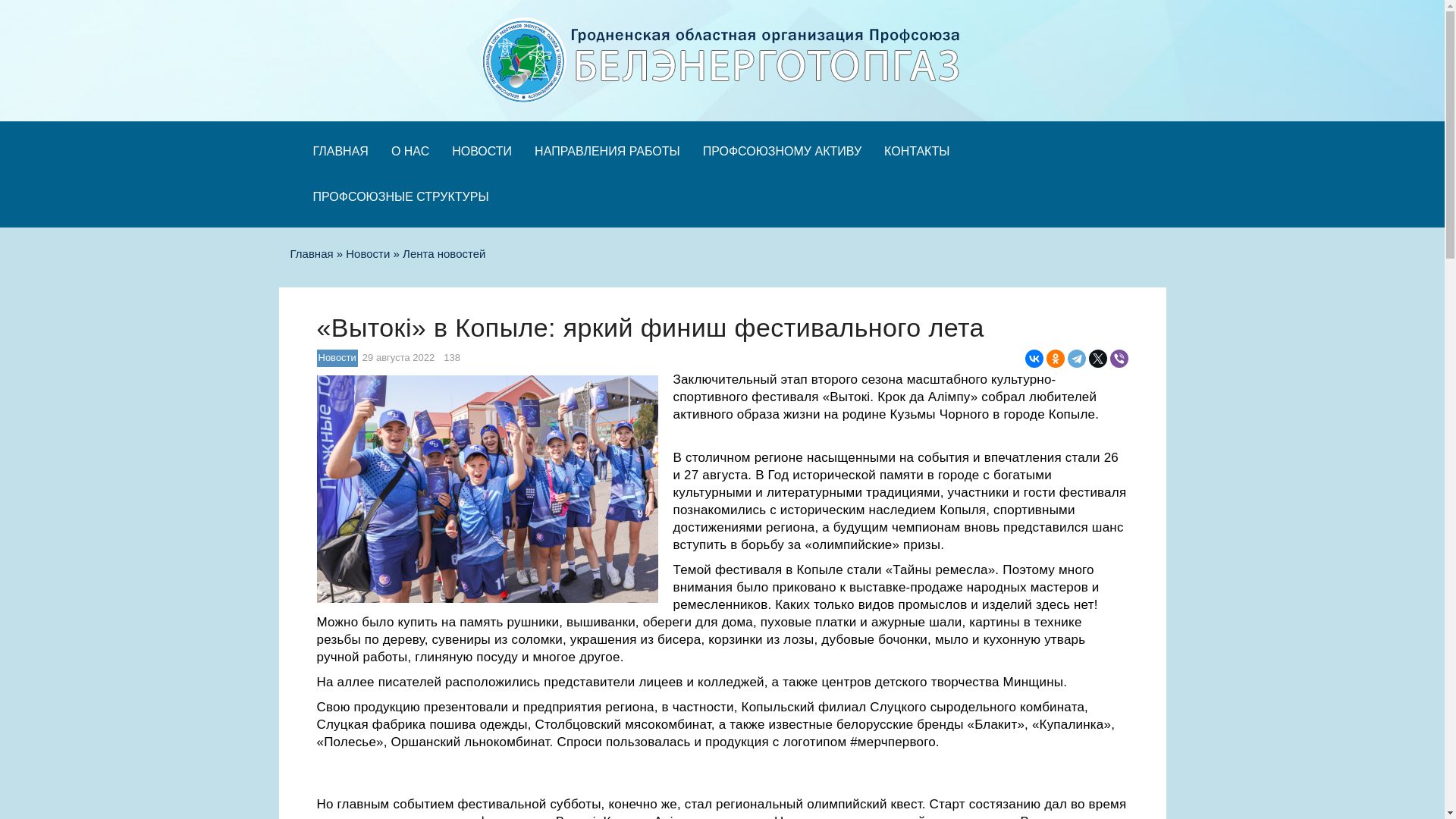 Image resolution: width=1456 pixels, height=819 pixels. I want to click on 'Telegram', so click(1066, 359).